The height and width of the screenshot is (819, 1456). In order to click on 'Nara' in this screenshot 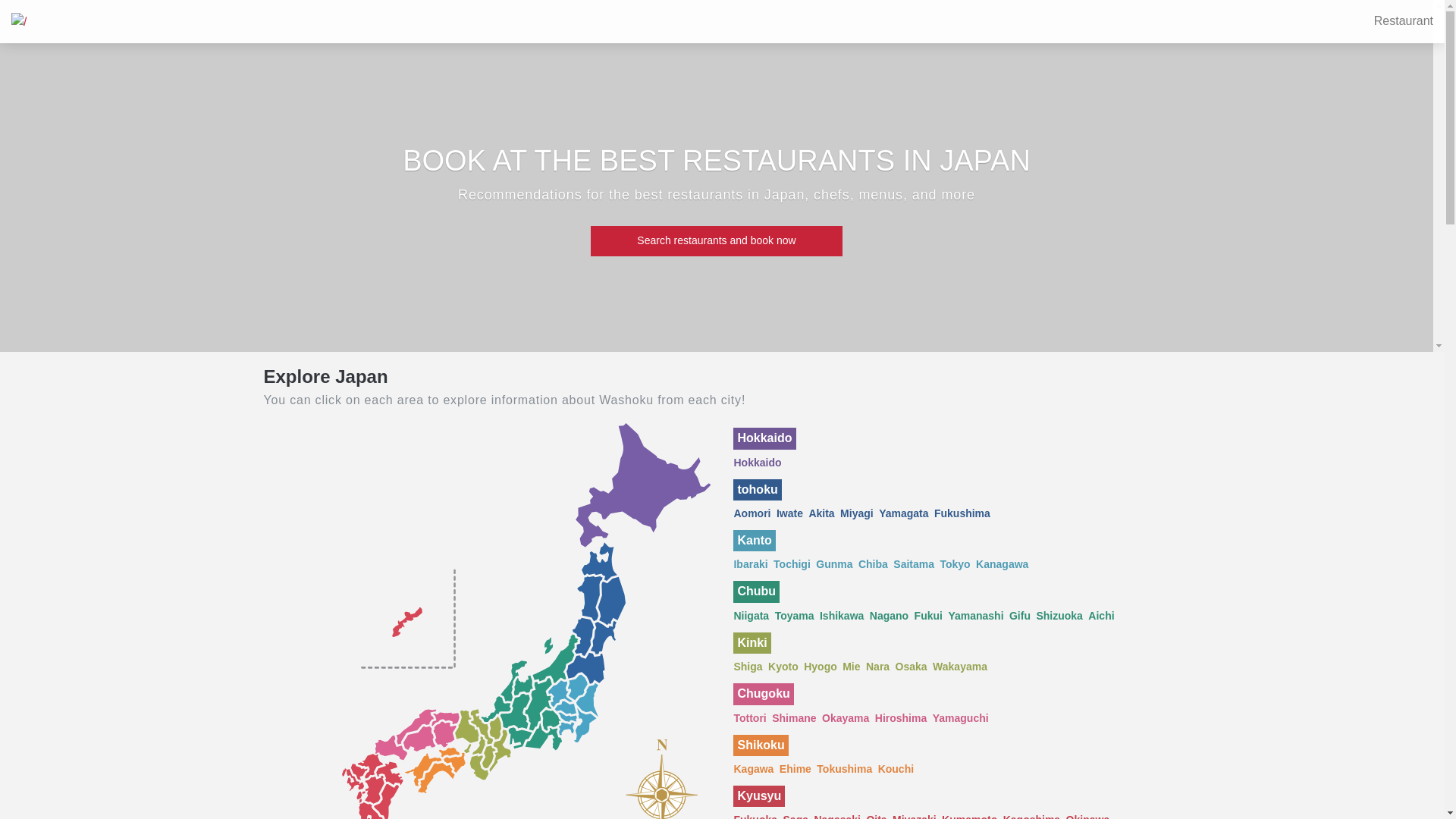, I will do `click(877, 666)`.